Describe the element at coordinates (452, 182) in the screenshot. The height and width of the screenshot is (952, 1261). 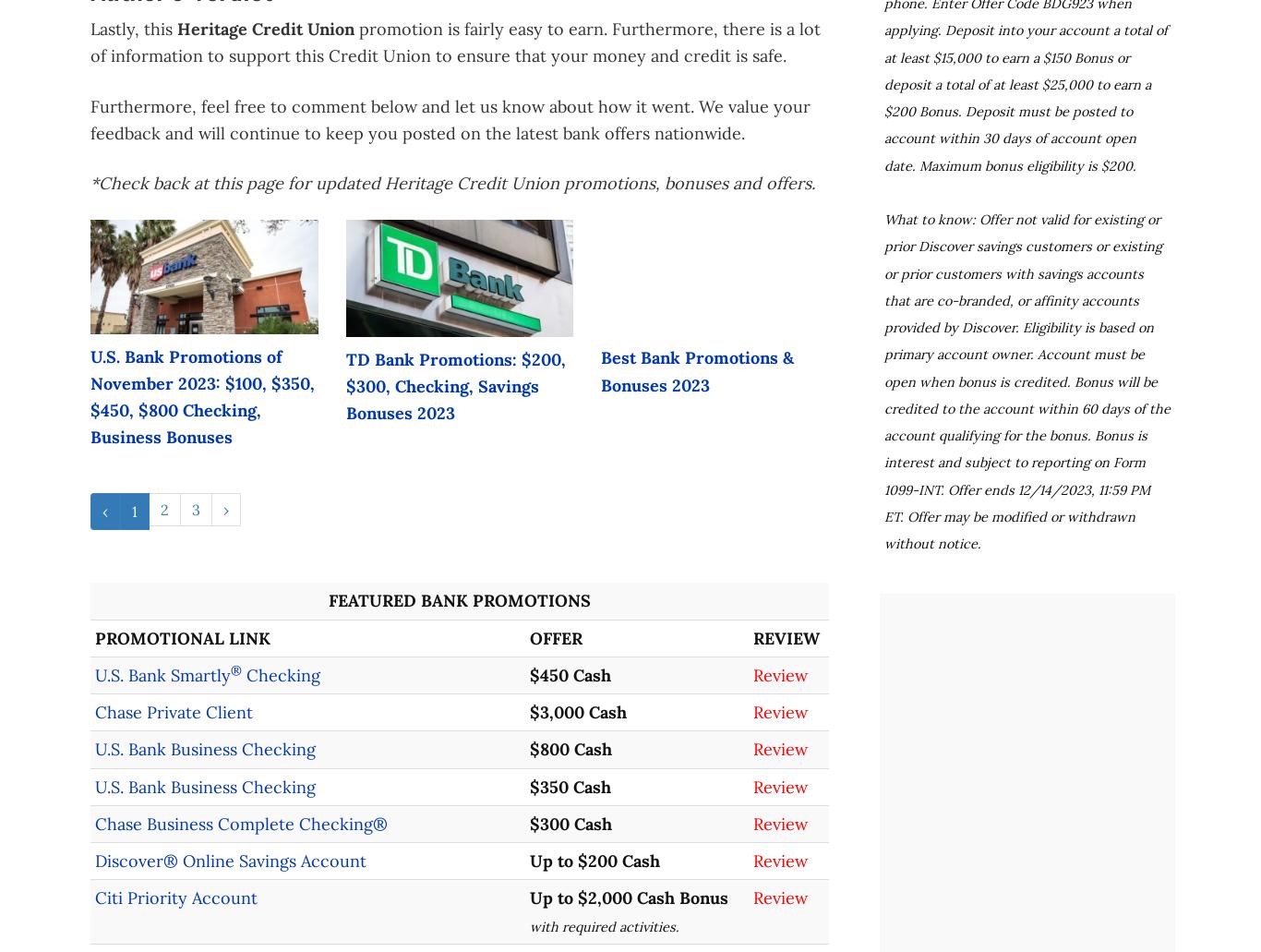
I see `'*Check back at this page for updated Heritage Credit Union promotions, bonuses and offers.'` at that location.